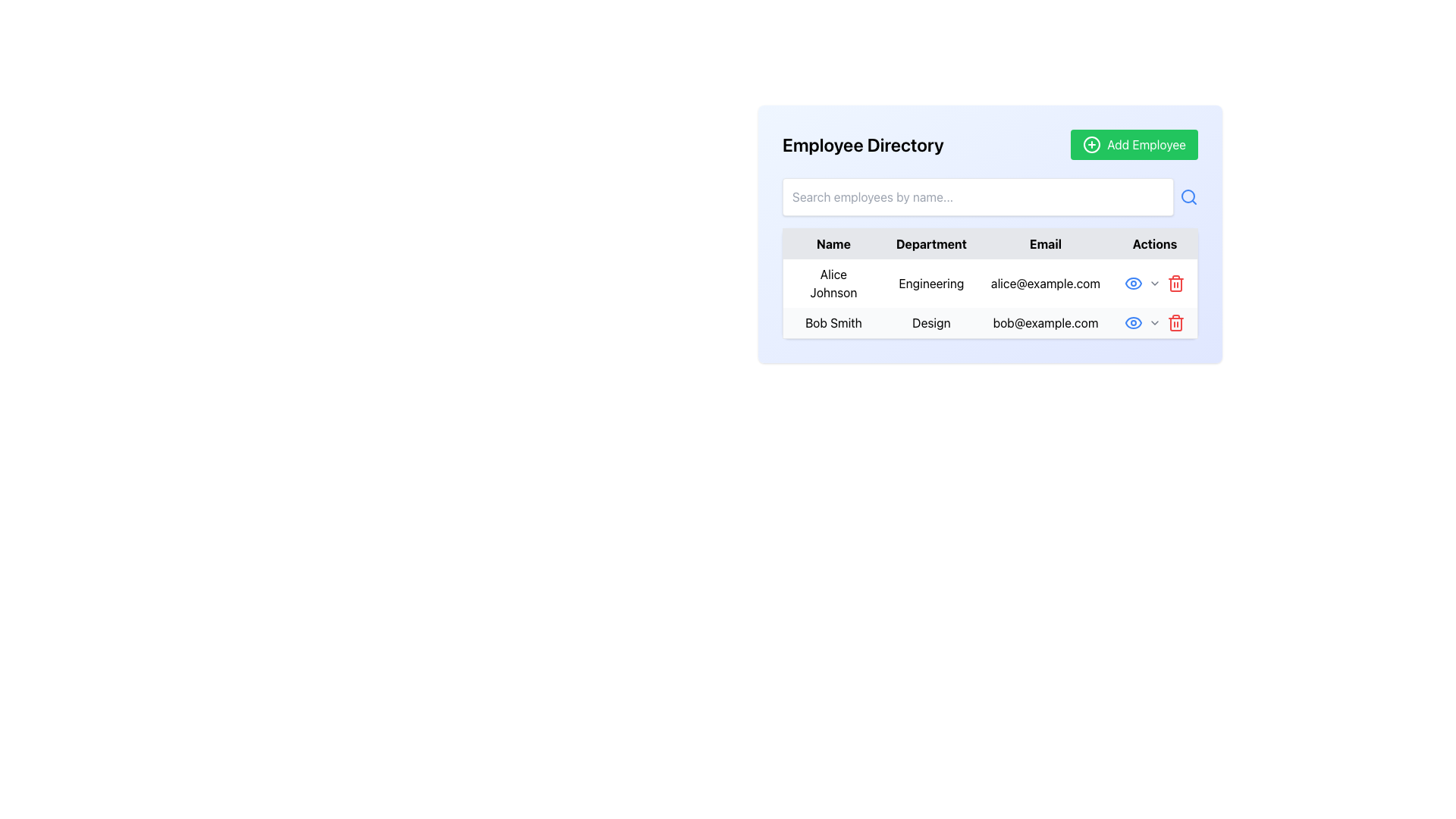  Describe the element at coordinates (990, 145) in the screenshot. I see `the title 'Employee Directory'` at that location.